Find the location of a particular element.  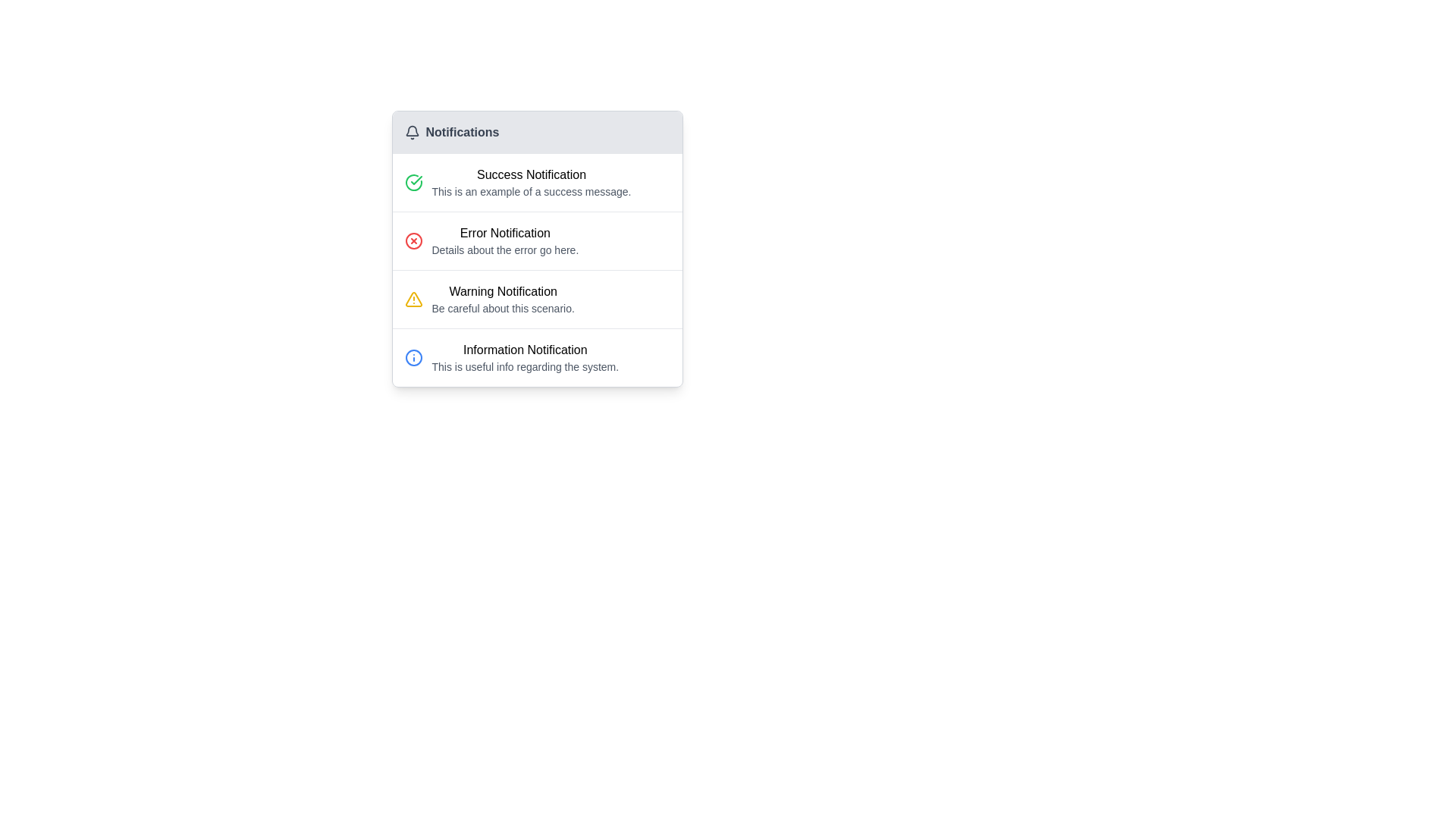

the Warning Notification which includes the title 'Warning Notification' and the message 'Be careful about this scenario.' is located at coordinates (537, 300).